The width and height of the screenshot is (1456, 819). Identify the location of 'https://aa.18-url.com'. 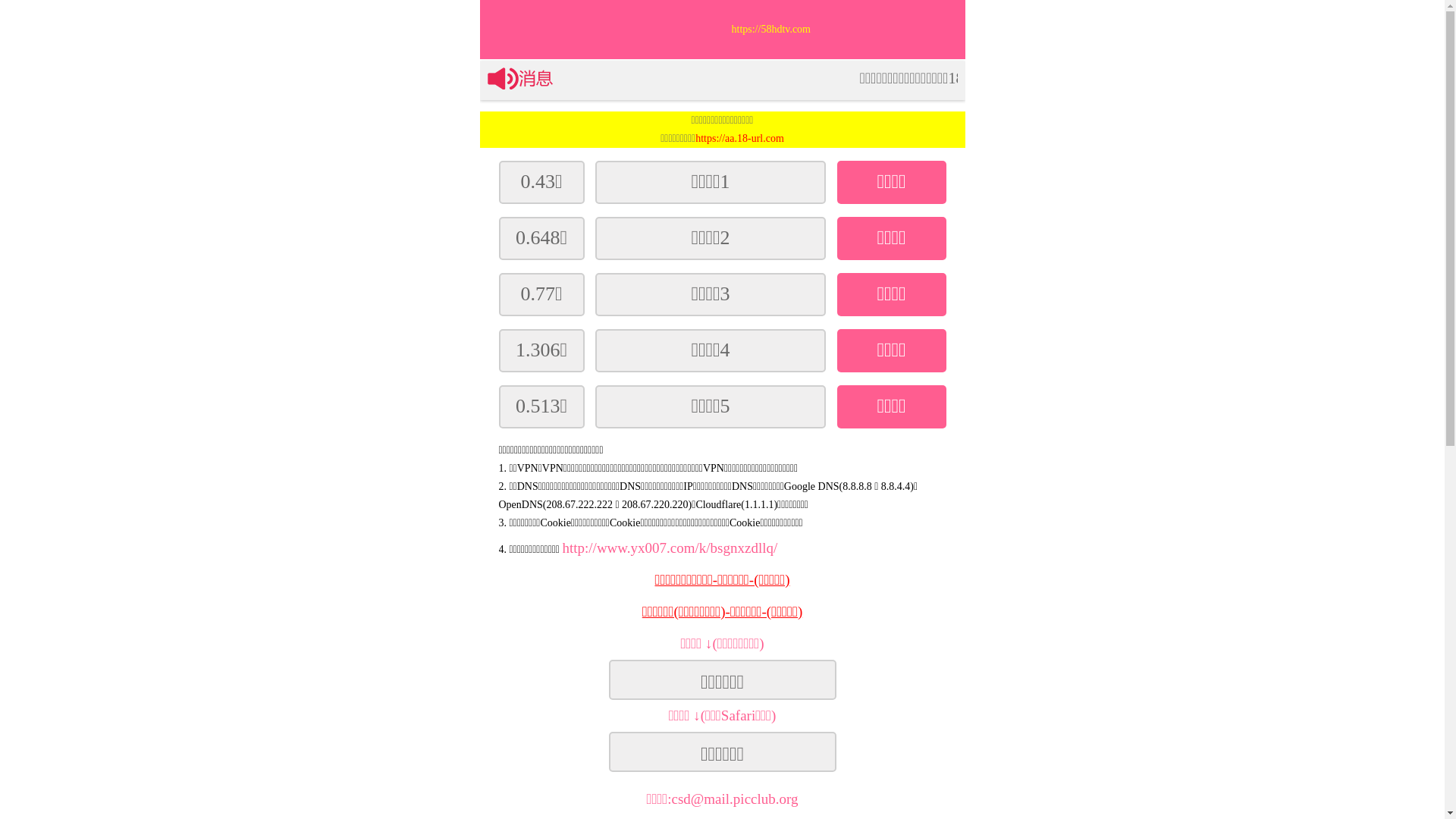
(739, 138).